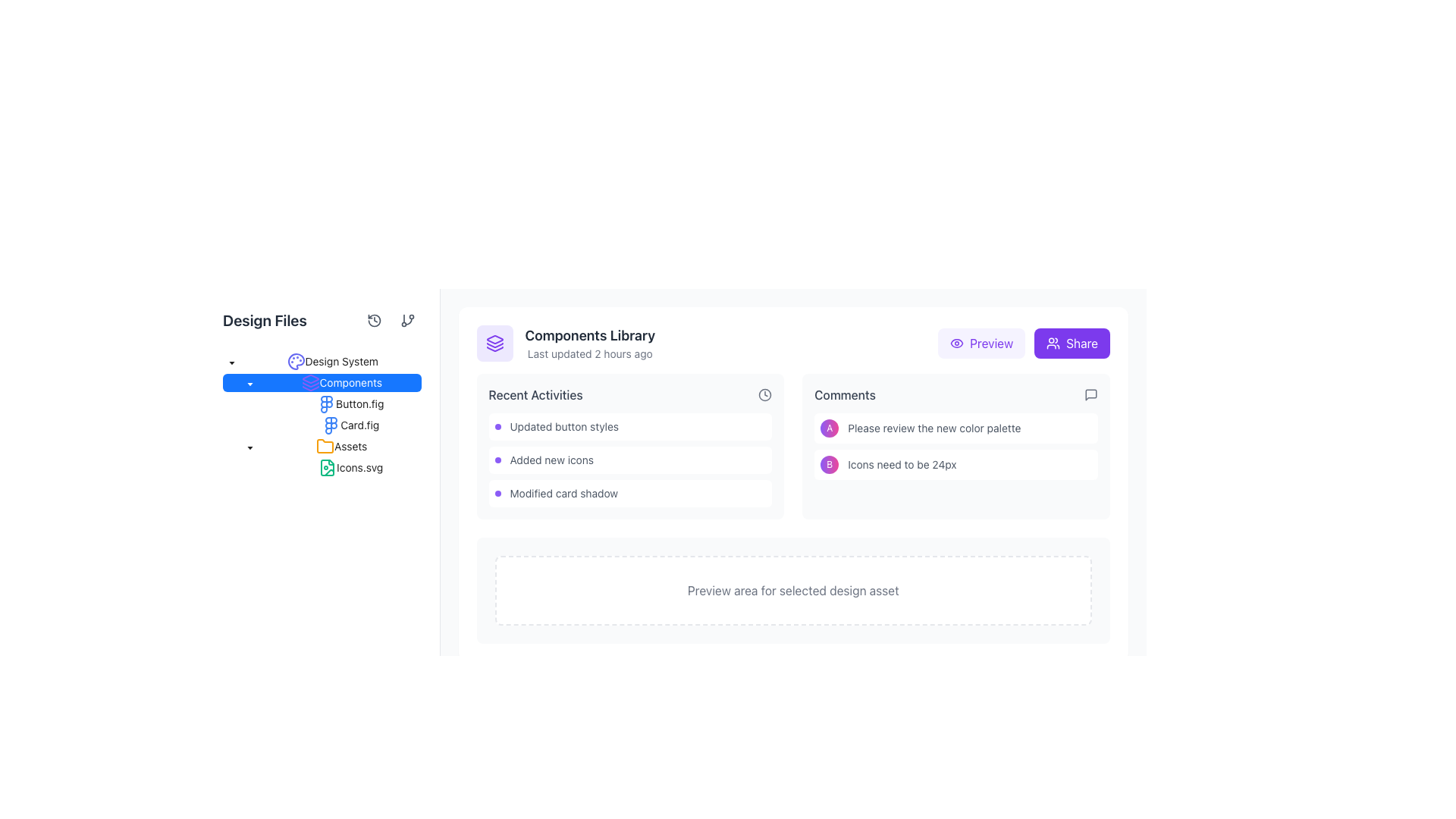 The height and width of the screenshot is (819, 1456). I want to click on the Text label that serves as a header for the 'Design Files' section, located at the top left corner of the interface near the navigation tree, so click(265, 320).